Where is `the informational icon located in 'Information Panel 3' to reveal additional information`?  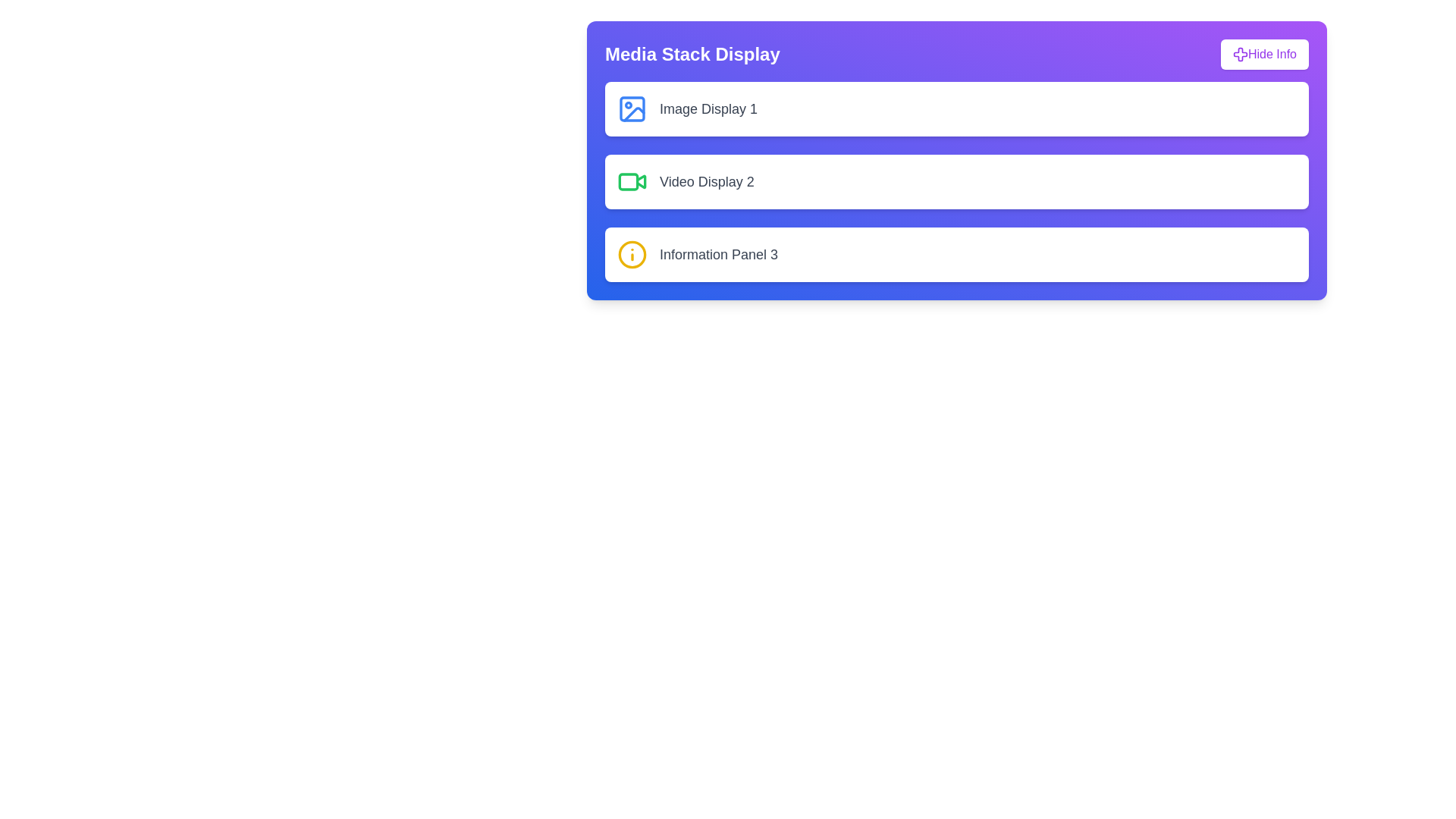
the informational icon located in 'Information Panel 3' to reveal additional information is located at coordinates (632, 253).